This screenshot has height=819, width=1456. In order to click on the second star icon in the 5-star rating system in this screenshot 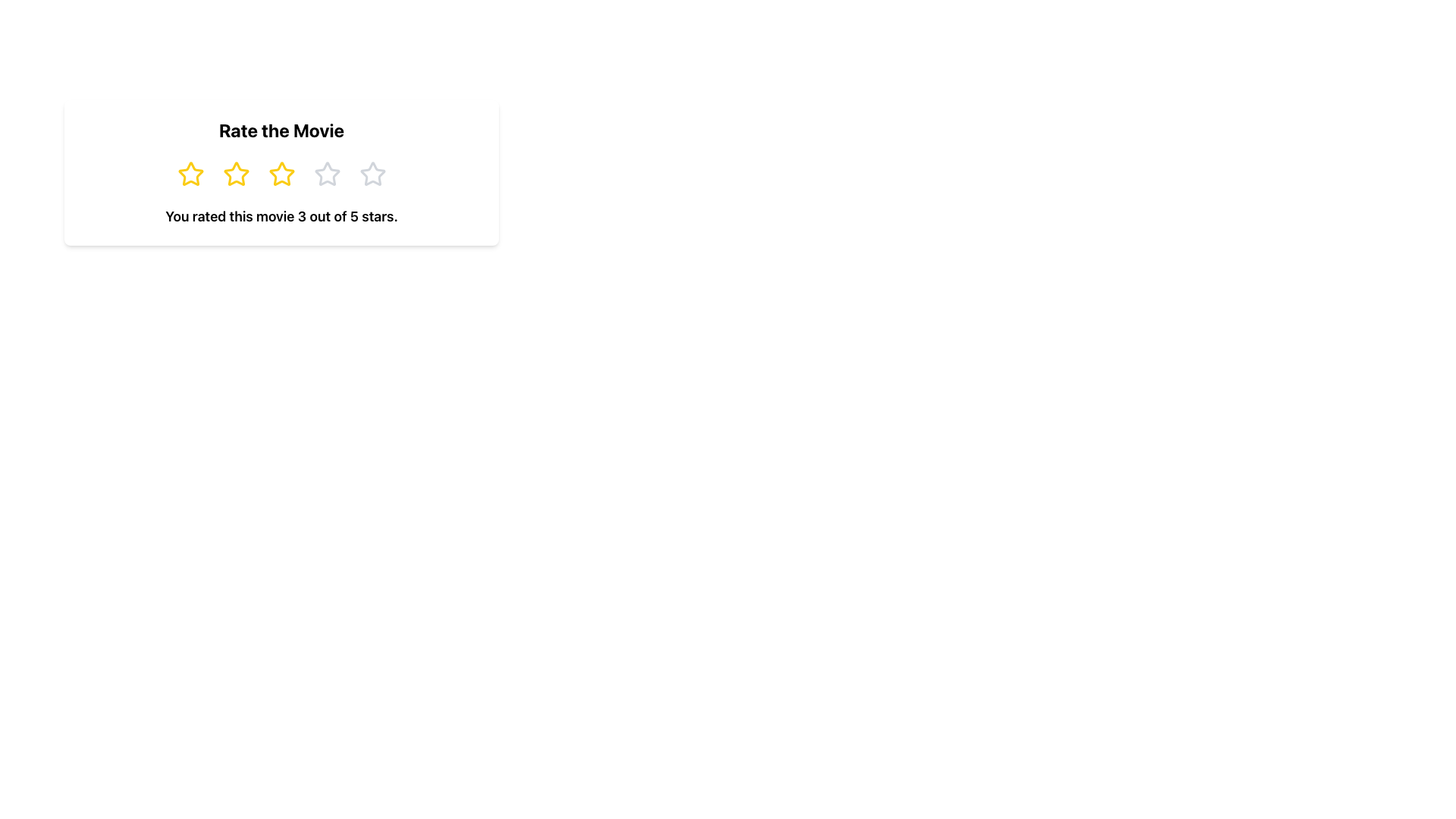, I will do `click(235, 173)`.